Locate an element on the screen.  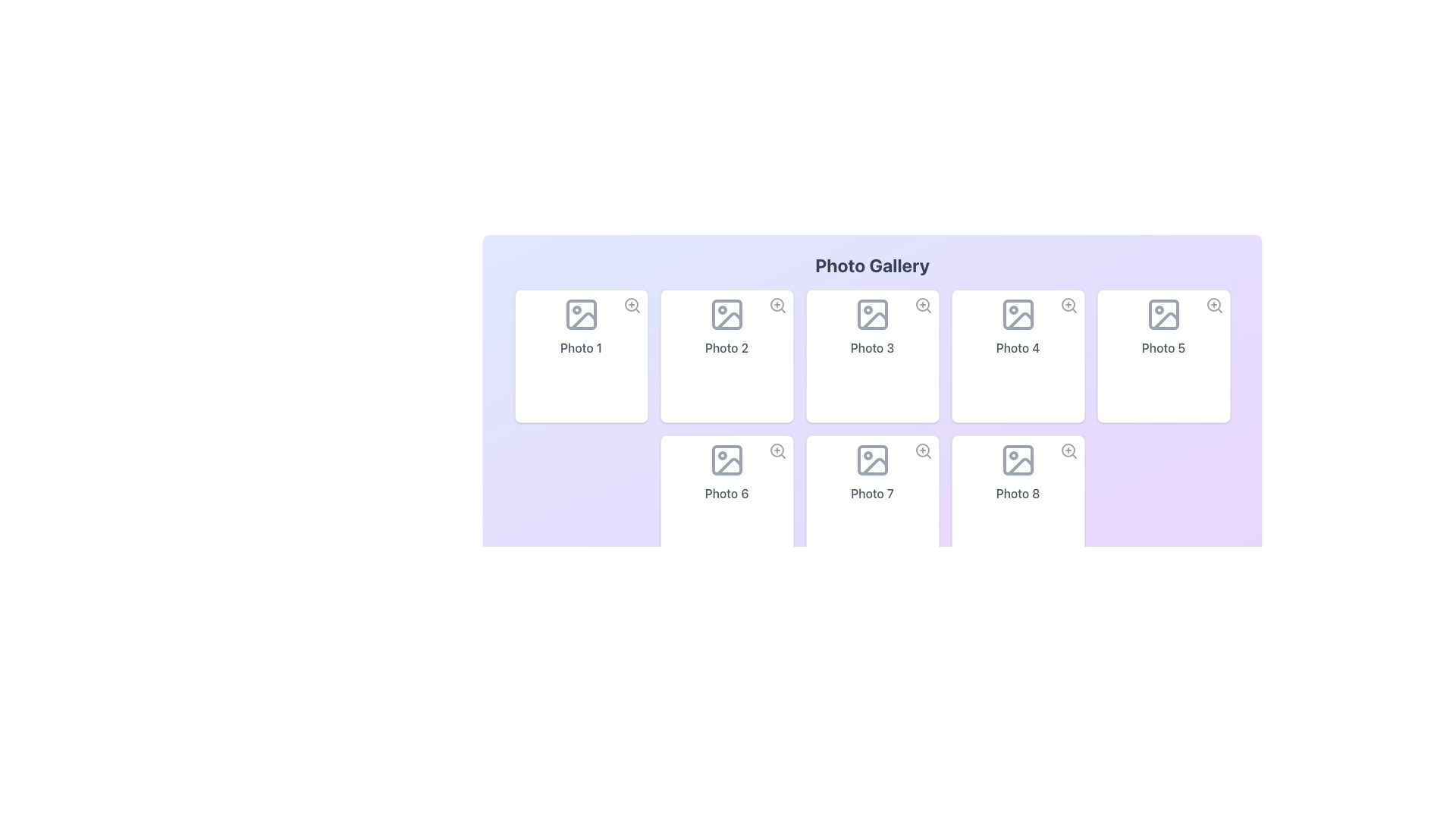
the zoom-in icon button located at the top-right corner of the 'Photo 2' card is located at coordinates (777, 305).